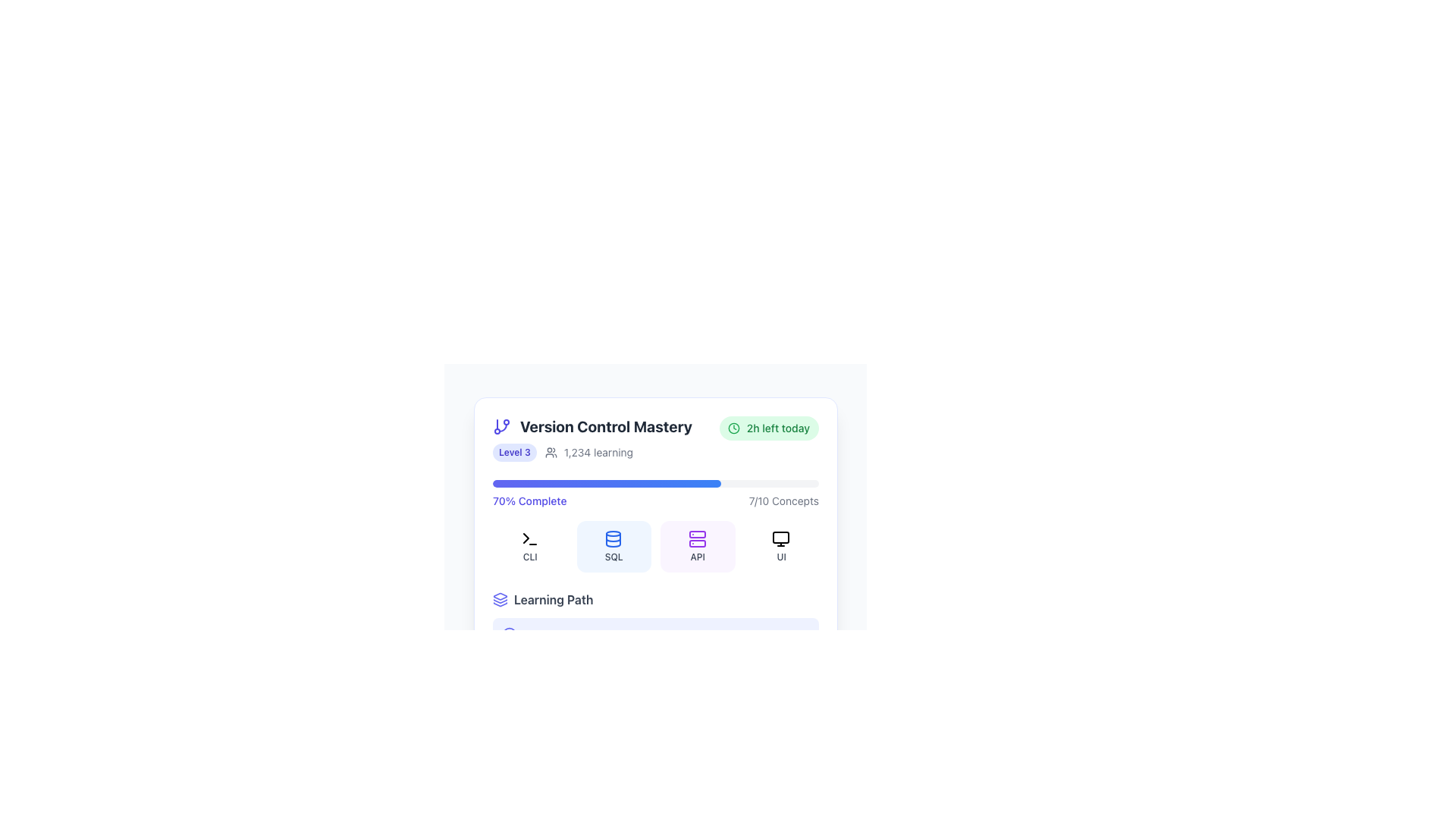  What do you see at coordinates (696, 547) in the screenshot?
I see `the third card` at bounding box center [696, 547].